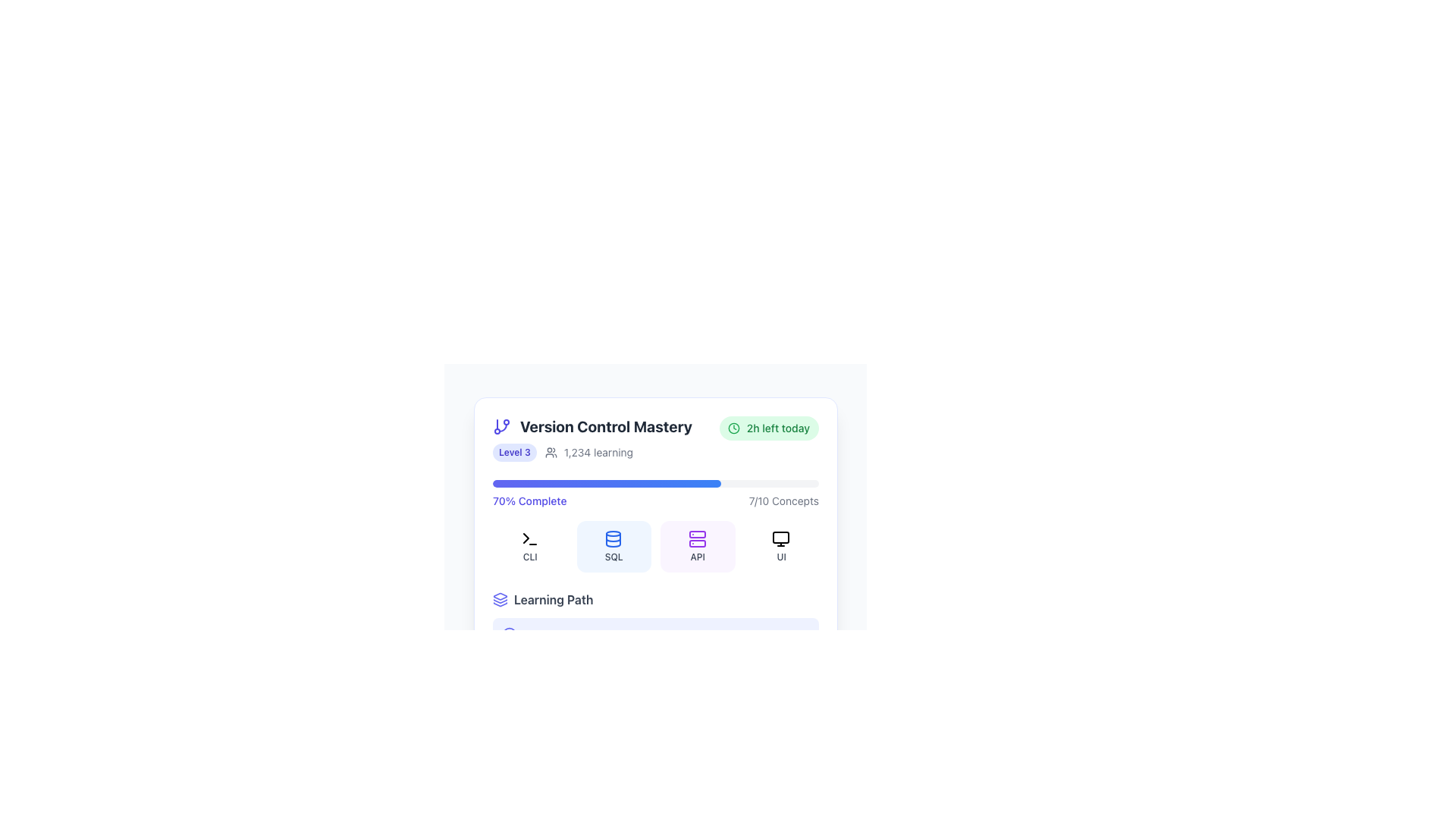  What do you see at coordinates (696, 547) in the screenshot?
I see `the third card` at bounding box center [696, 547].